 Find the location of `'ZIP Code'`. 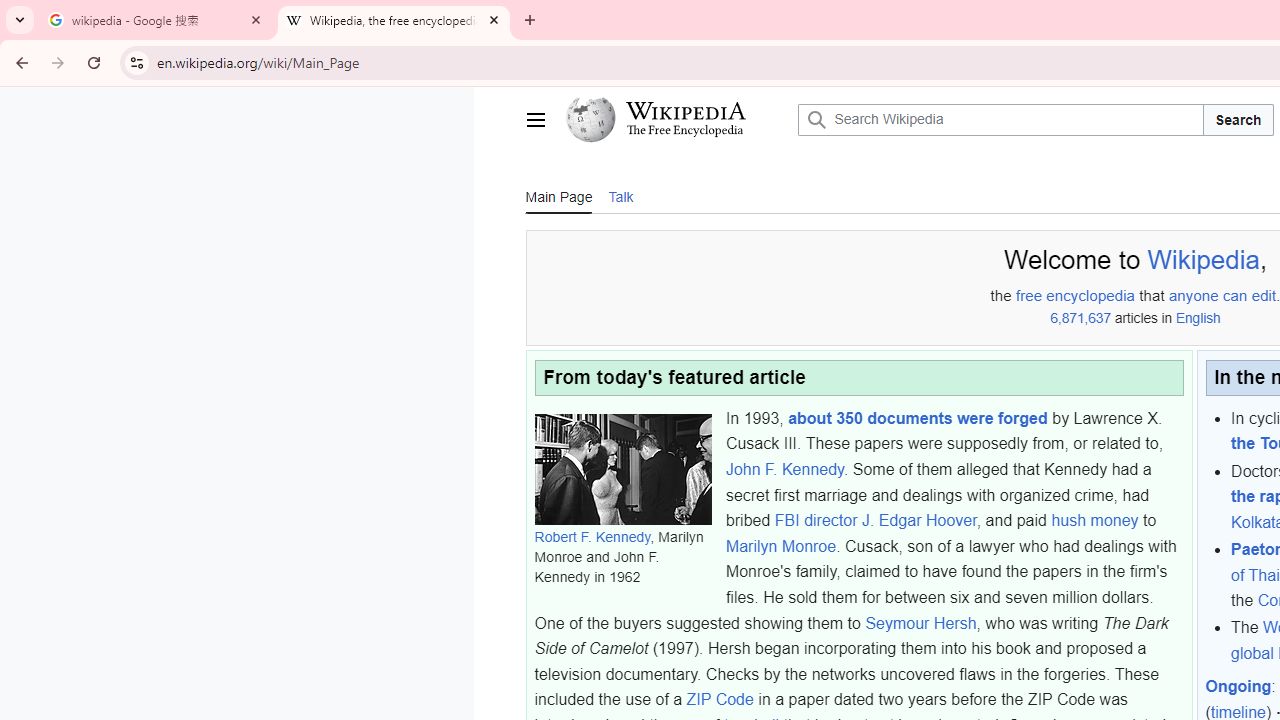

'ZIP Code' is located at coordinates (720, 699).